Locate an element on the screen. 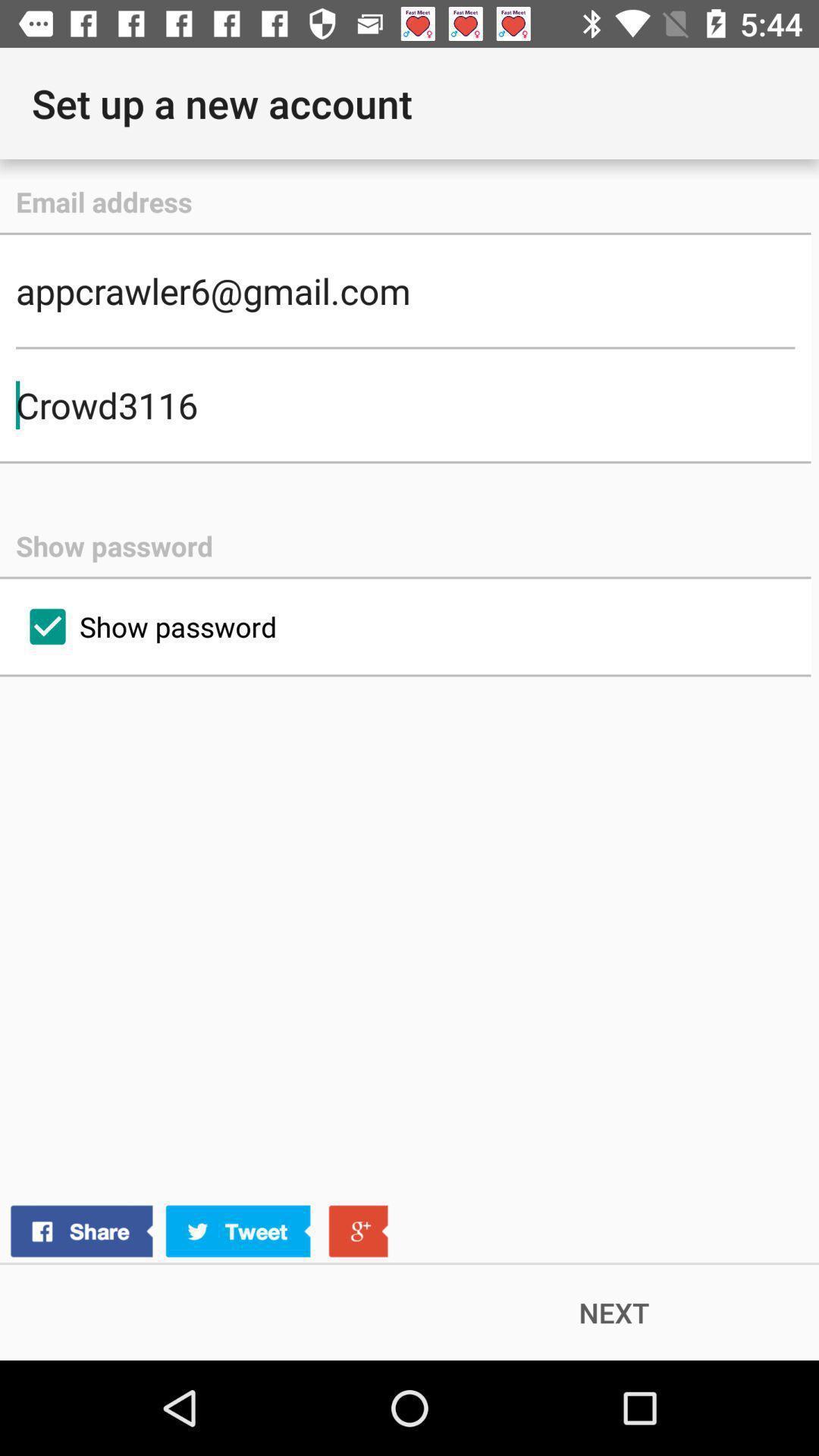 The height and width of the screenshot is (1456, 819). the icon to the left of next item is located at coordinates (198, 1232).